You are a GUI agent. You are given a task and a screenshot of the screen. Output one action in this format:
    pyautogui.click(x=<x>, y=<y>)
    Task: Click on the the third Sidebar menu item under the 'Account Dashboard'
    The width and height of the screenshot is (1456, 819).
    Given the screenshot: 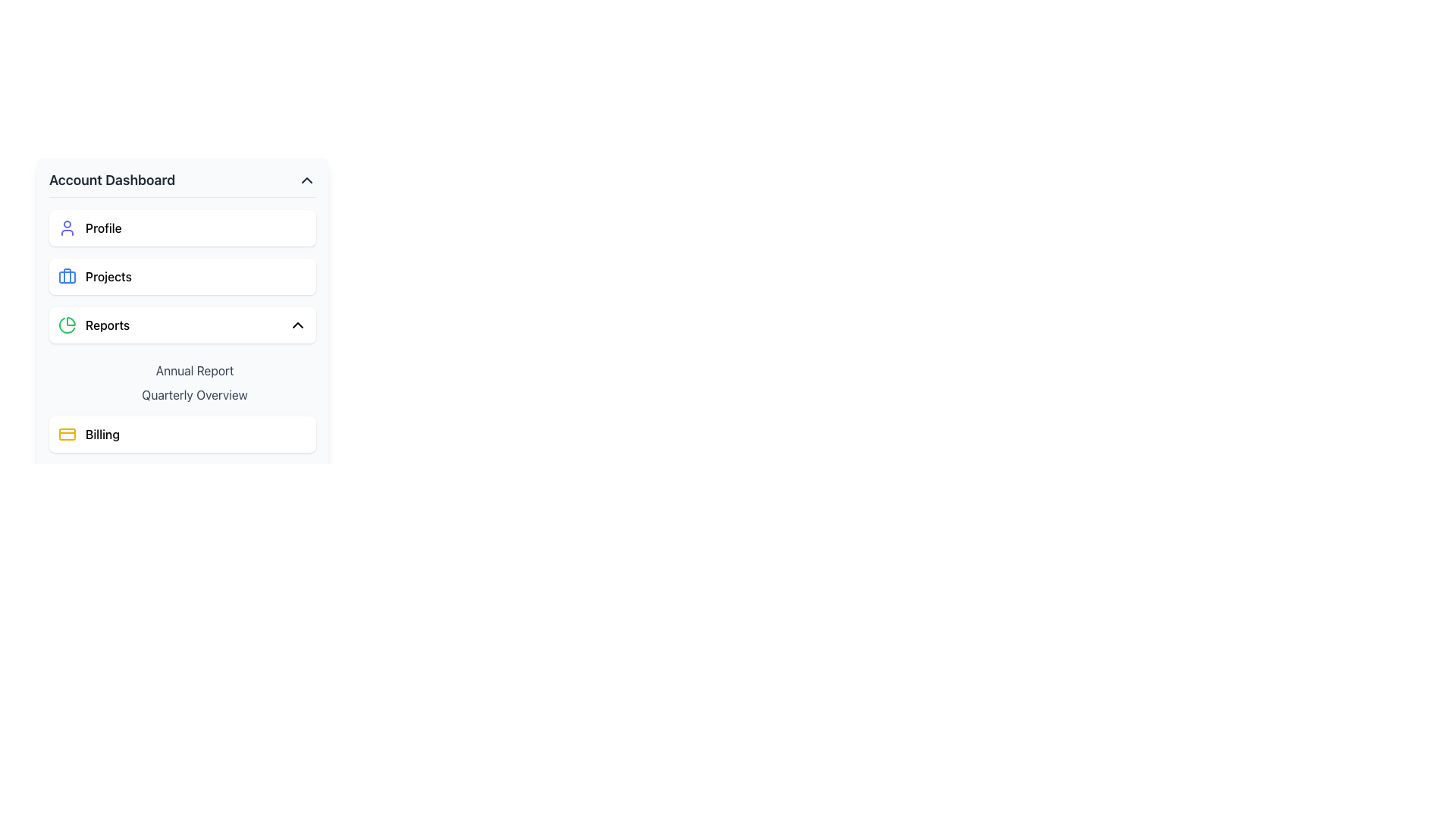 What is the action you would take?
    pyautogui.click(x=182, y=324)
    